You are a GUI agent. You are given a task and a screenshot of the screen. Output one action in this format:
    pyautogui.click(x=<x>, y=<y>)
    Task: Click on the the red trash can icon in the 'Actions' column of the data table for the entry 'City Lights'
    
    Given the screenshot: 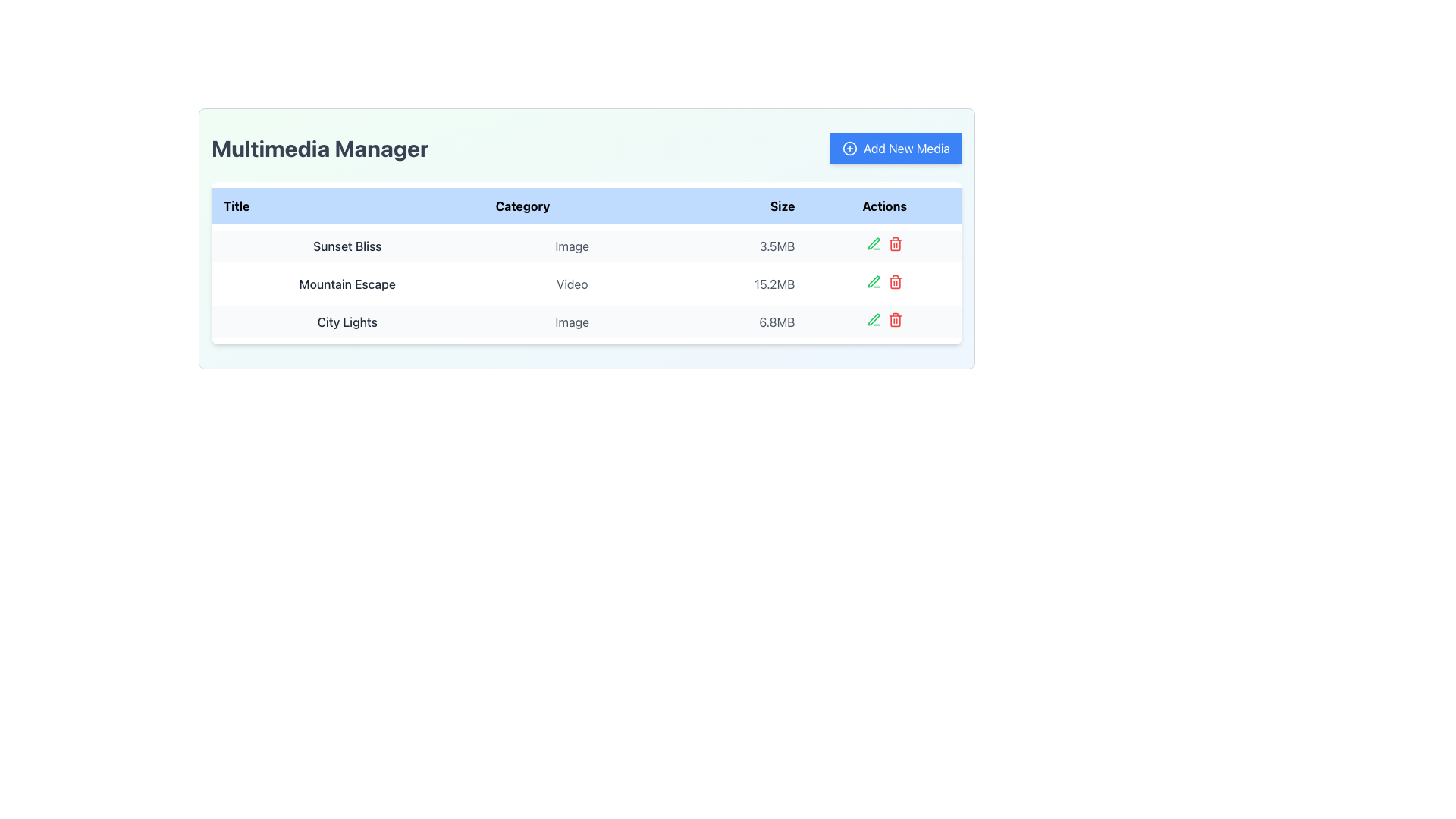 What is the action you would take?
    pyautogui.click(x=895, y=318)
    